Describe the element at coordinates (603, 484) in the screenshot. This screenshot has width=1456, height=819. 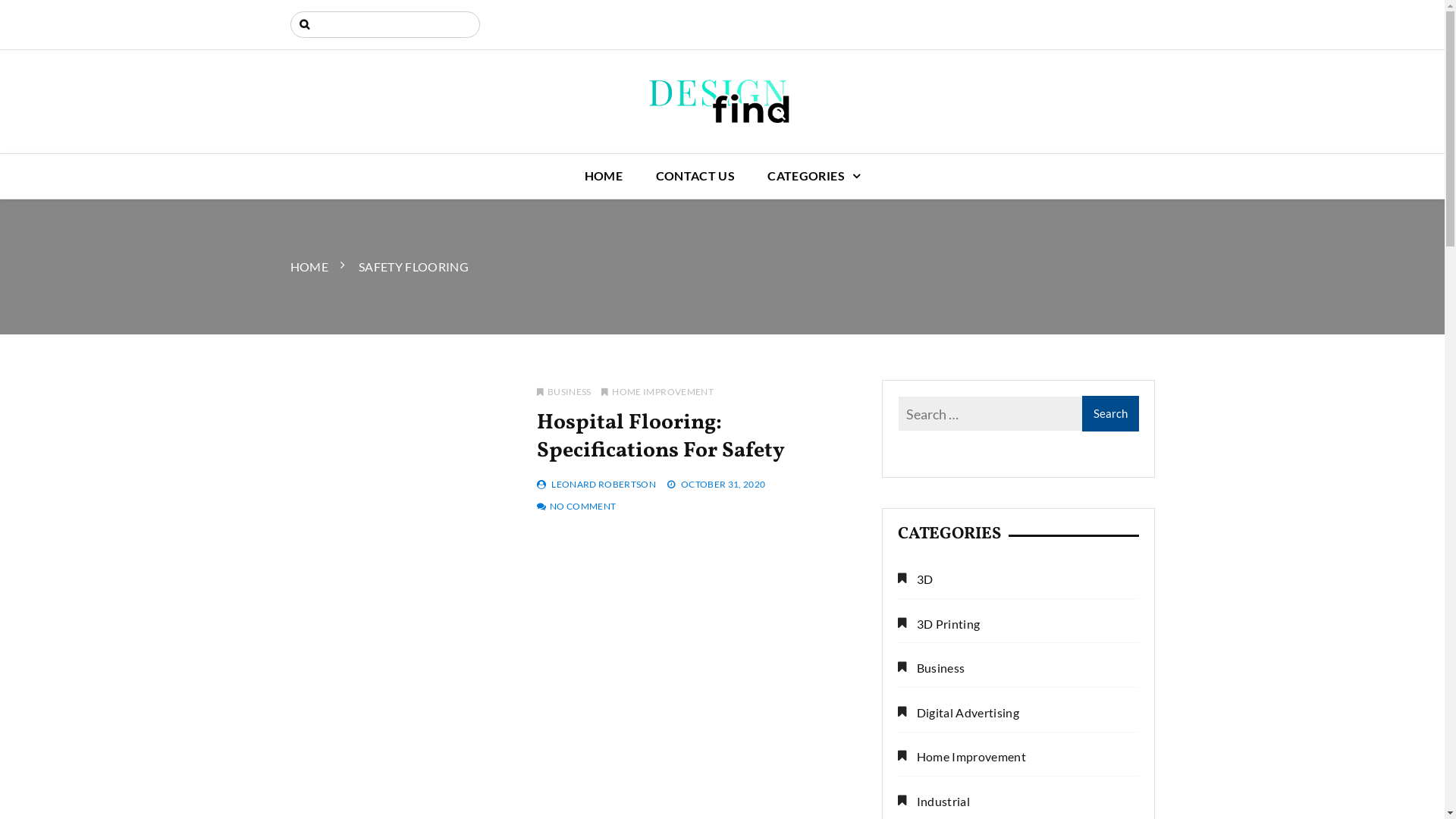
I see `'LEONARD ROBERTSON'` at that location.